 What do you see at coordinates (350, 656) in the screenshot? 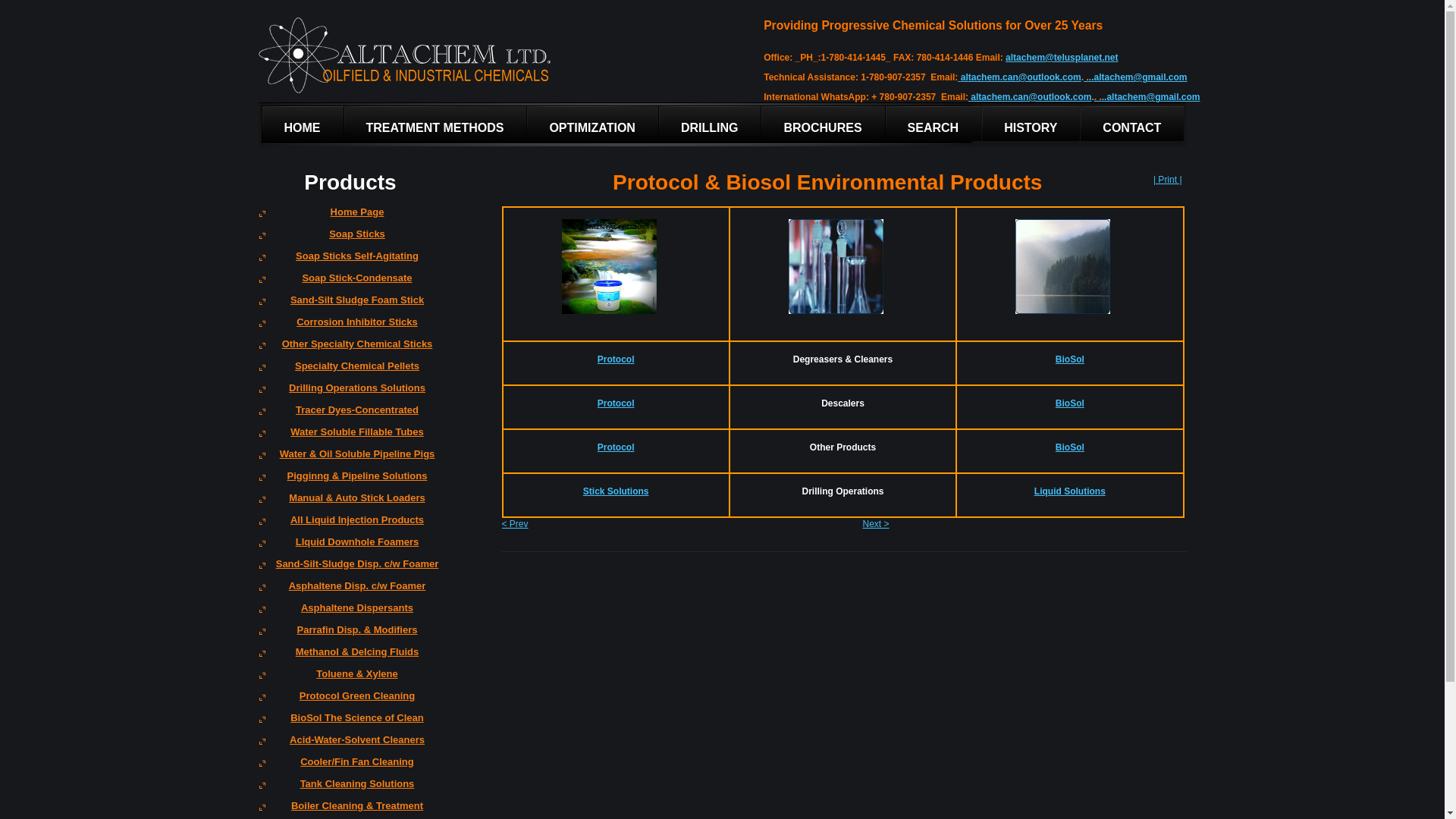
I see `'Methanol & DeIcing Fluids'` at bounding box center [350, 656].